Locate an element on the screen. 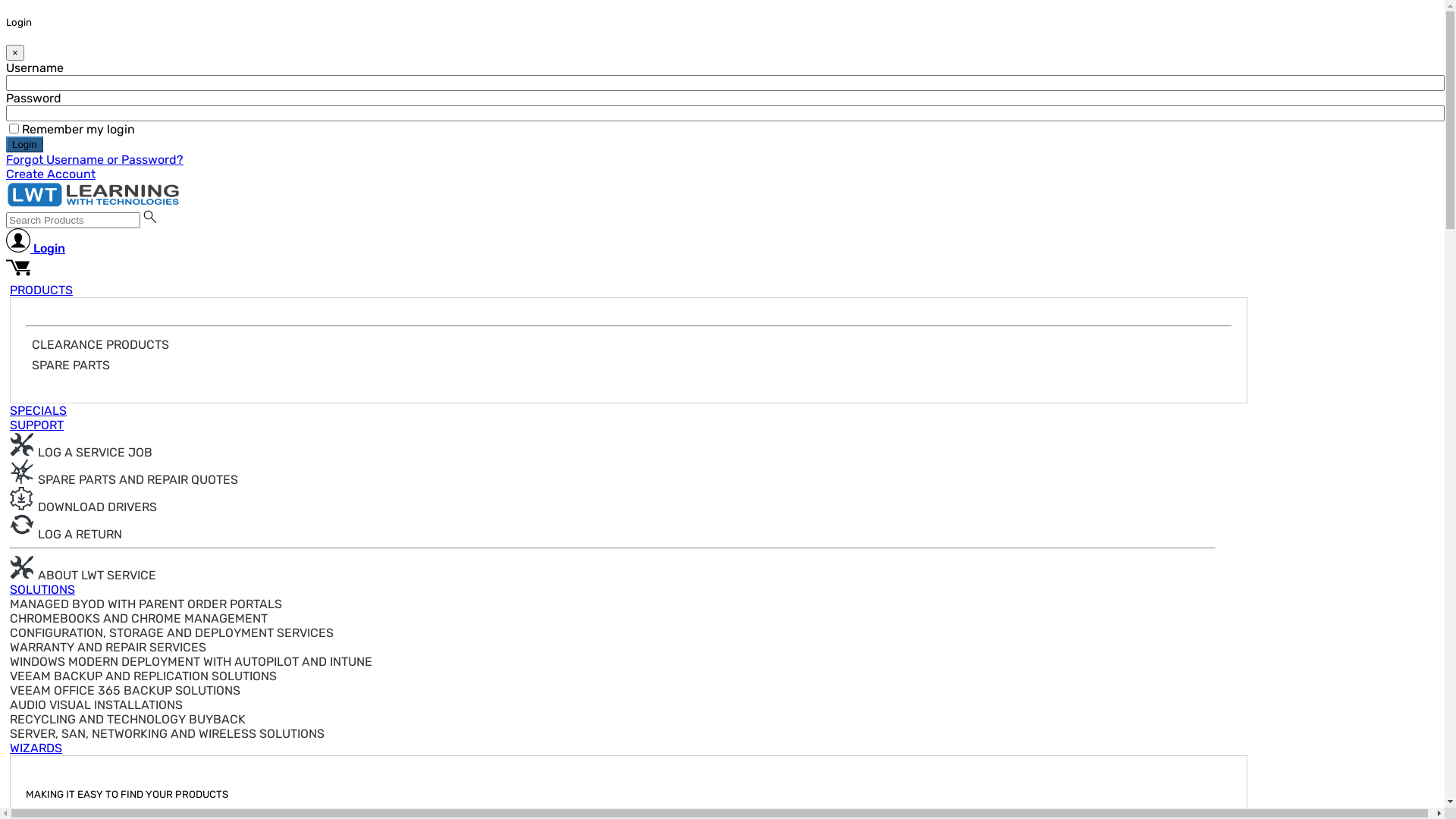  'LOG A SERVICE JOB' is located at coordinates (80, 451).